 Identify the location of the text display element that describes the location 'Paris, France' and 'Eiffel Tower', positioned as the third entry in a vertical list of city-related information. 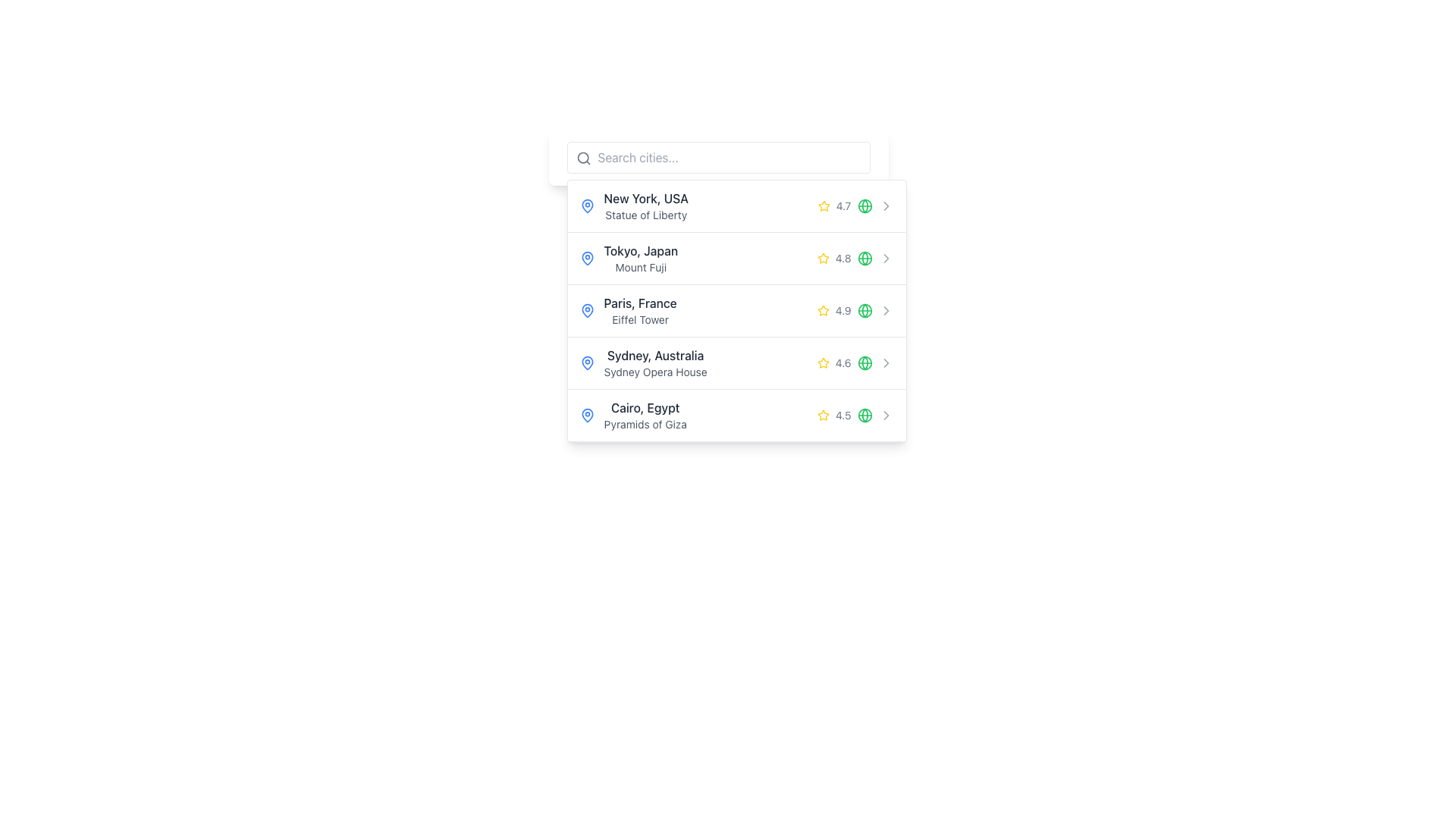
(640, 309).